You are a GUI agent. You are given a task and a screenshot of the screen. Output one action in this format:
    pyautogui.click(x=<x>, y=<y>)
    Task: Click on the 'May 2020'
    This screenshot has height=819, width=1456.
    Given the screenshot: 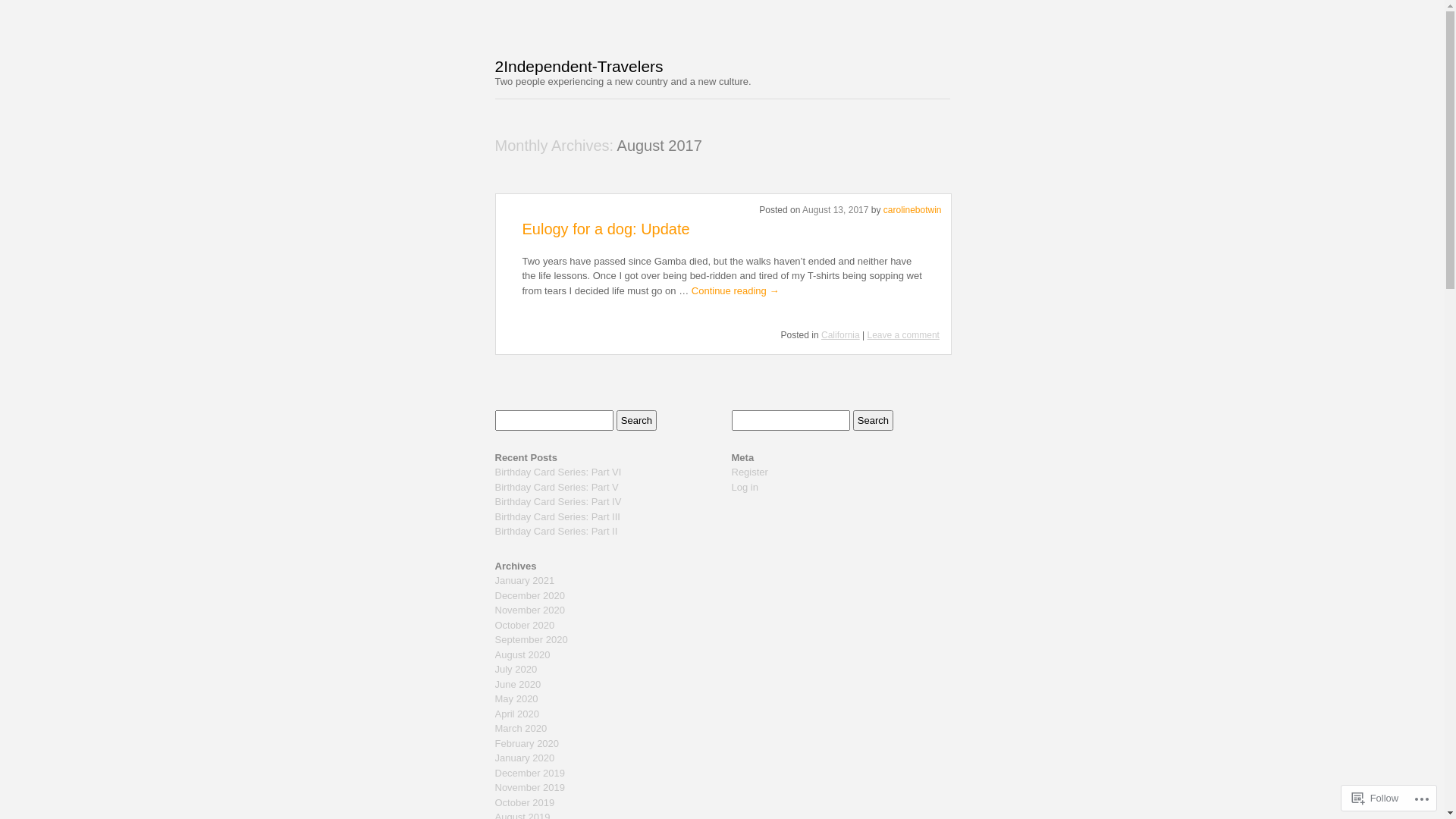 What is the action you would take?
    pyautogui.click(x=516, y=698)
    